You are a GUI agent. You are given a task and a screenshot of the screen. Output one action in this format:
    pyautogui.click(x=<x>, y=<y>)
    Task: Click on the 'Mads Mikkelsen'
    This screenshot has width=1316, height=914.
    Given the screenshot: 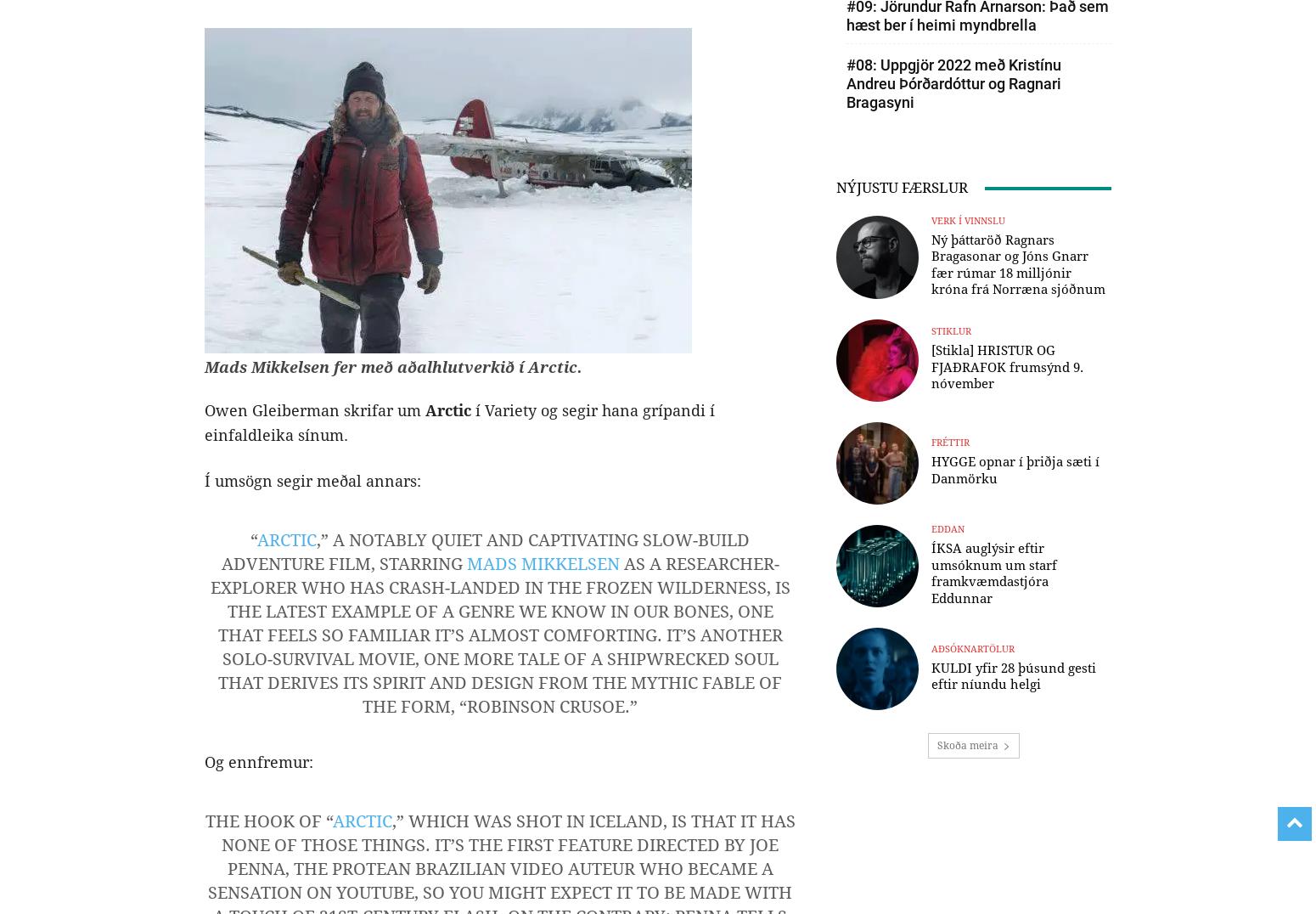 What is the action you would take?
    pyautogui.click(x=542, y=562)
    